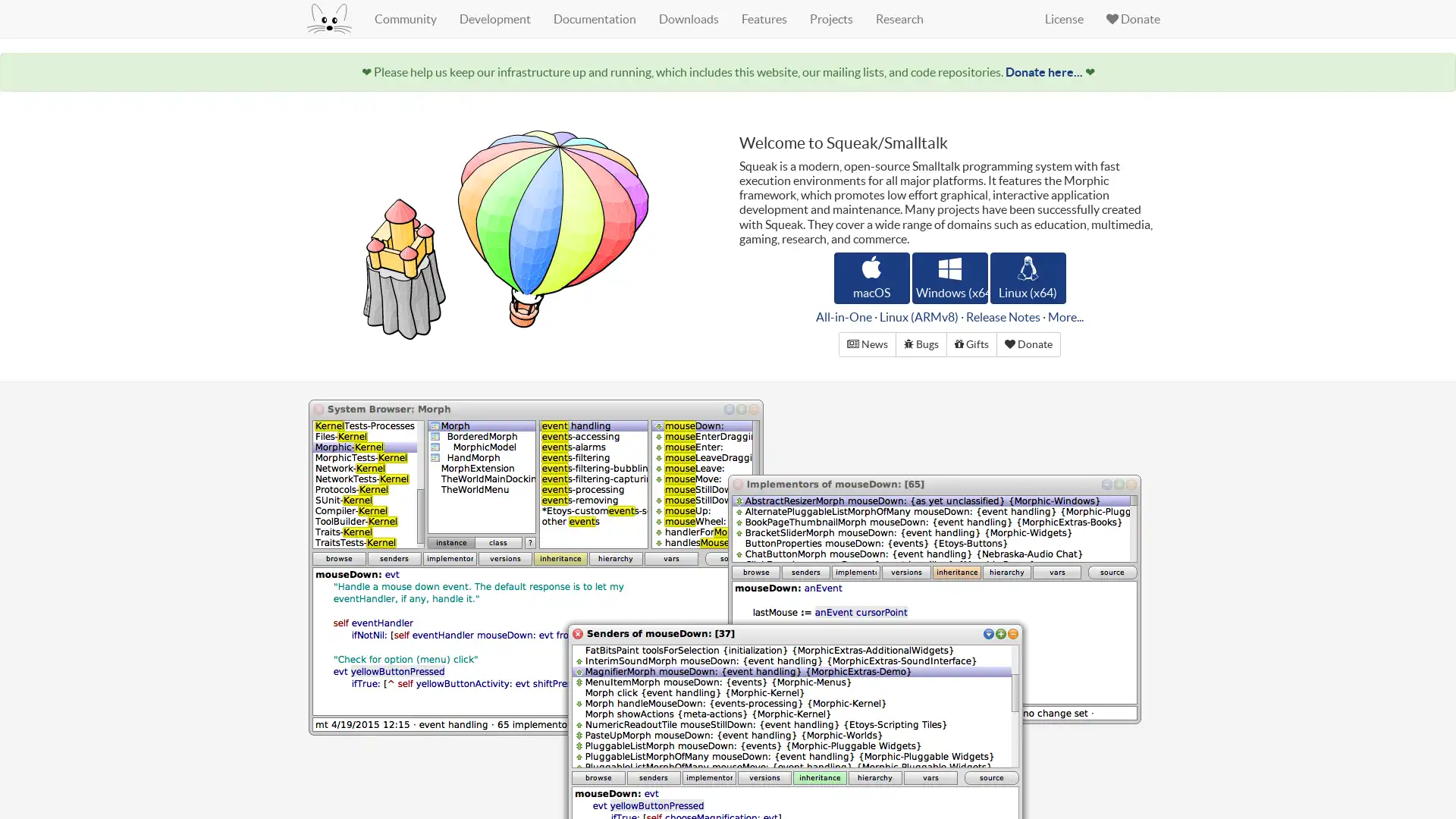 The height and width of the screenshot is (819, 1456). What do you see at coordinates (867, 344) in the screenshot?
I see `News` at bounding box center [867, 344].